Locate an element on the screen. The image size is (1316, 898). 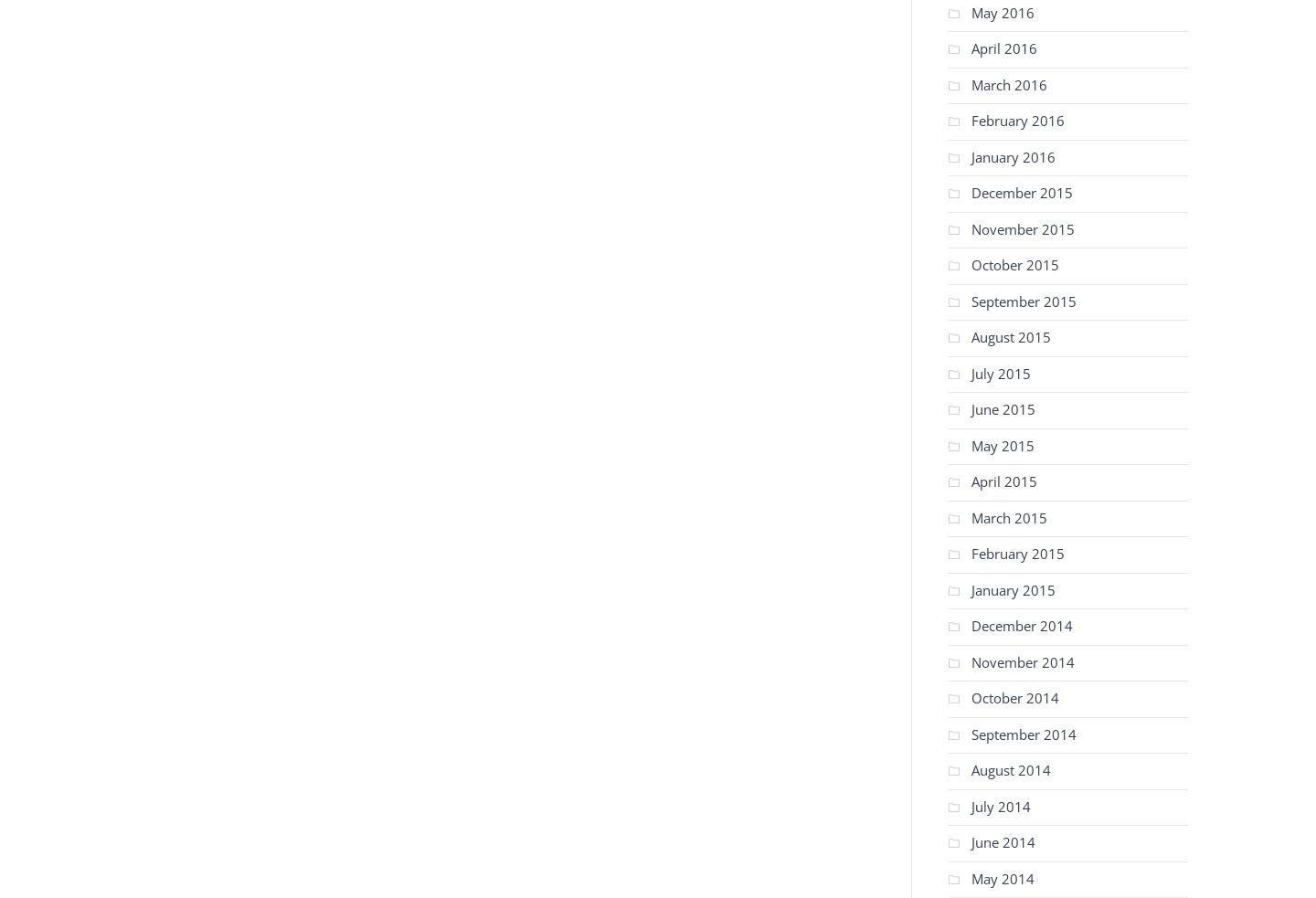
'July 2014' is located at coordinates (1000, 806).